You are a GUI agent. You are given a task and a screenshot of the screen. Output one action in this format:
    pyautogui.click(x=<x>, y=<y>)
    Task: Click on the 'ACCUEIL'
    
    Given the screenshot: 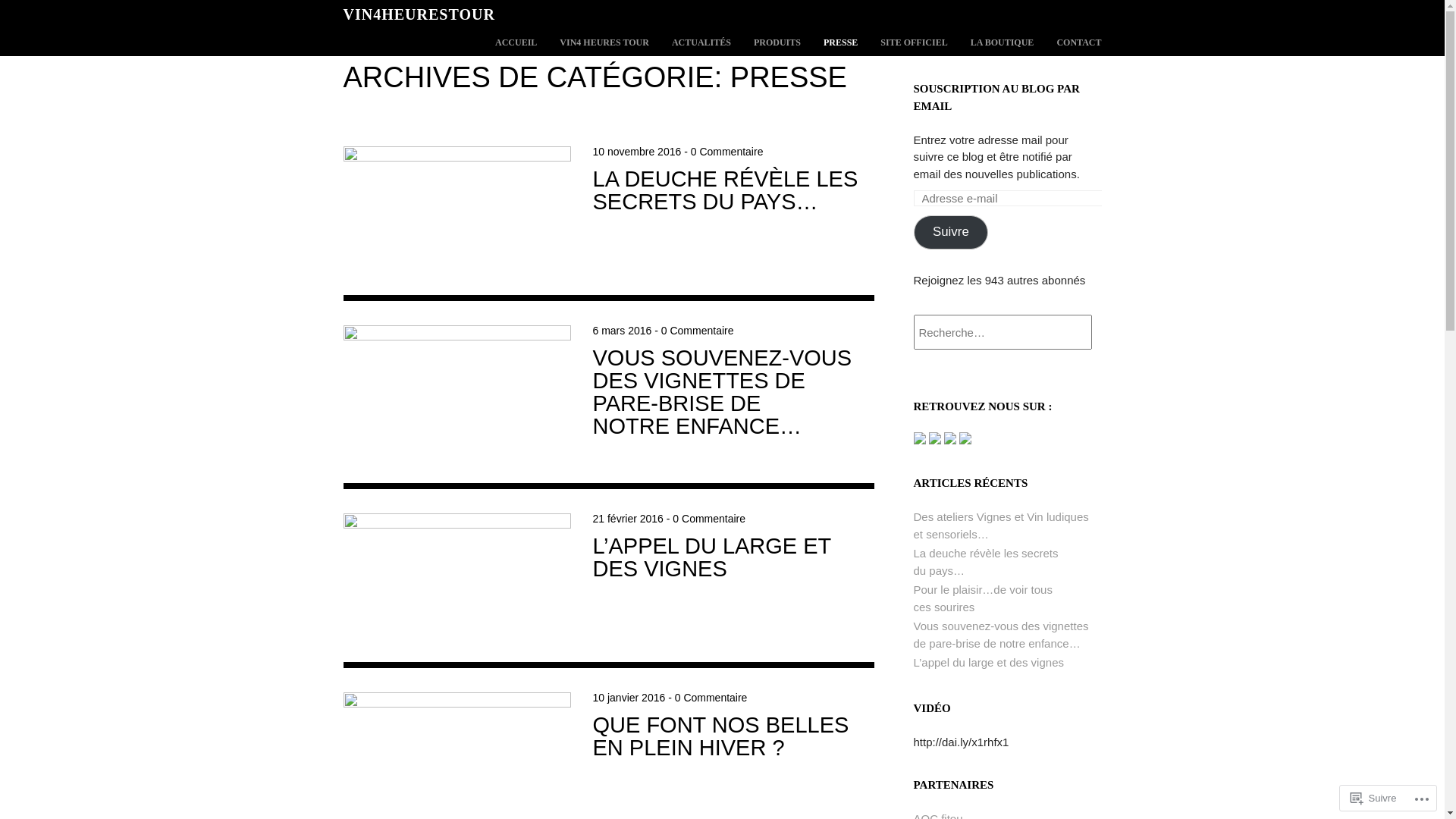 What is the action you would take?
    pyautogui.click(x=516, y=42)
    